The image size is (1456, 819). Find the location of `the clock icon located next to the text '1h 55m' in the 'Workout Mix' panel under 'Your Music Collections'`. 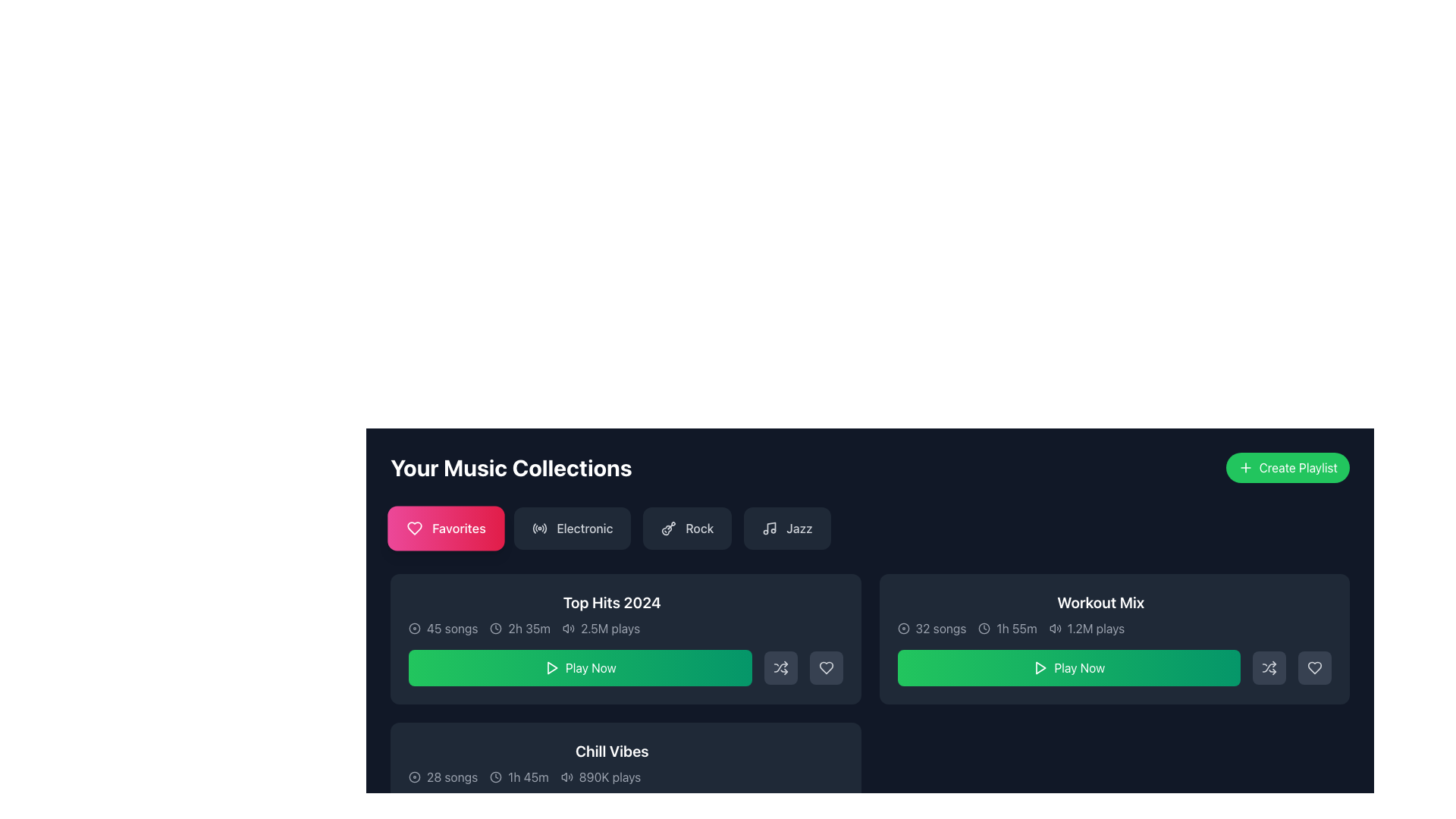

the clock icon located next to the text '1h 55m' in the 'Workout Mix' panel under 'Your Music Collections' is located at coordinates (984, 629).